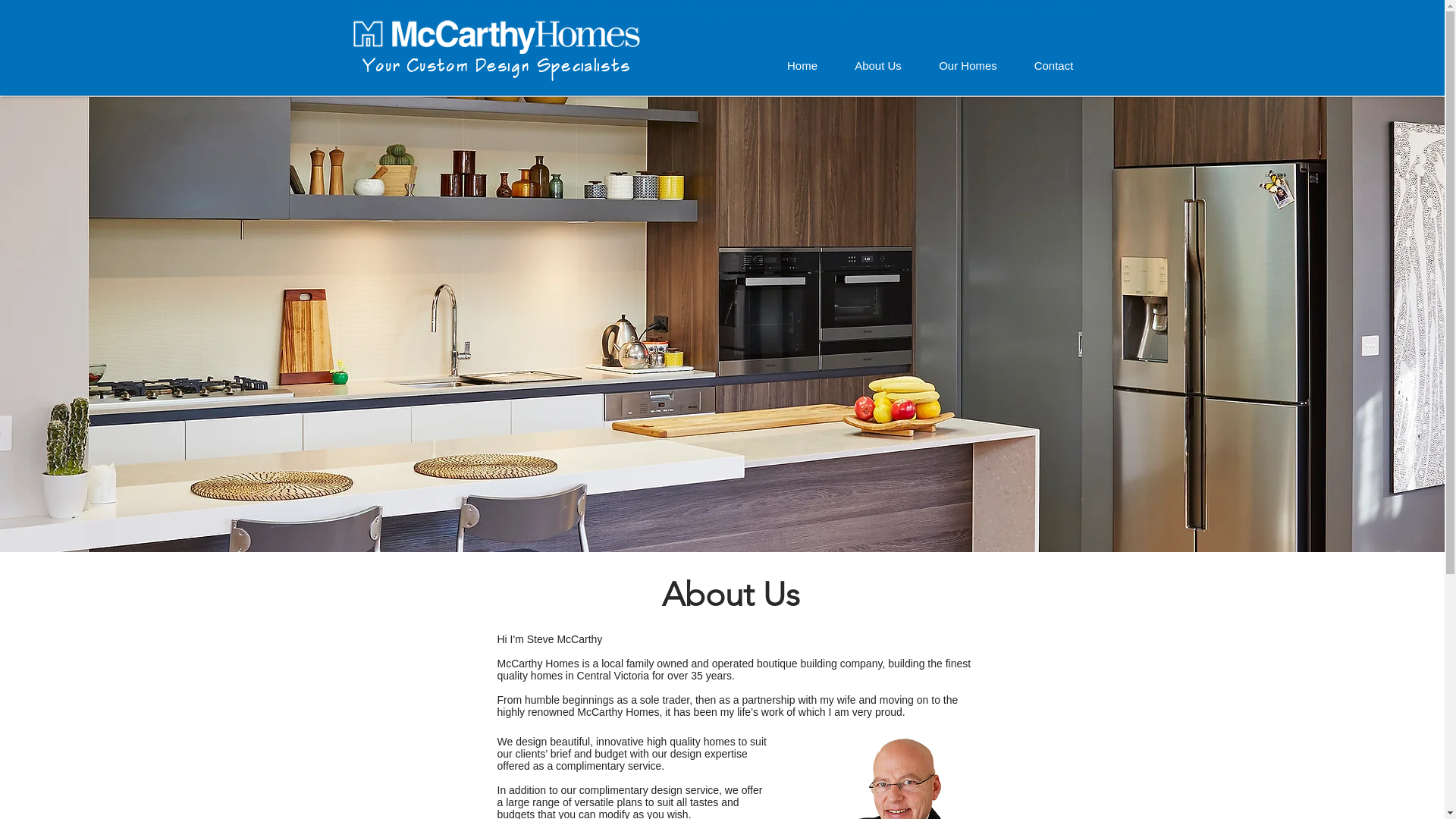 The height and width of the screenshot is (819, 1456). Describe the element at coordinates (802, 65) in the screenshot. I see `'Home'` at that location.